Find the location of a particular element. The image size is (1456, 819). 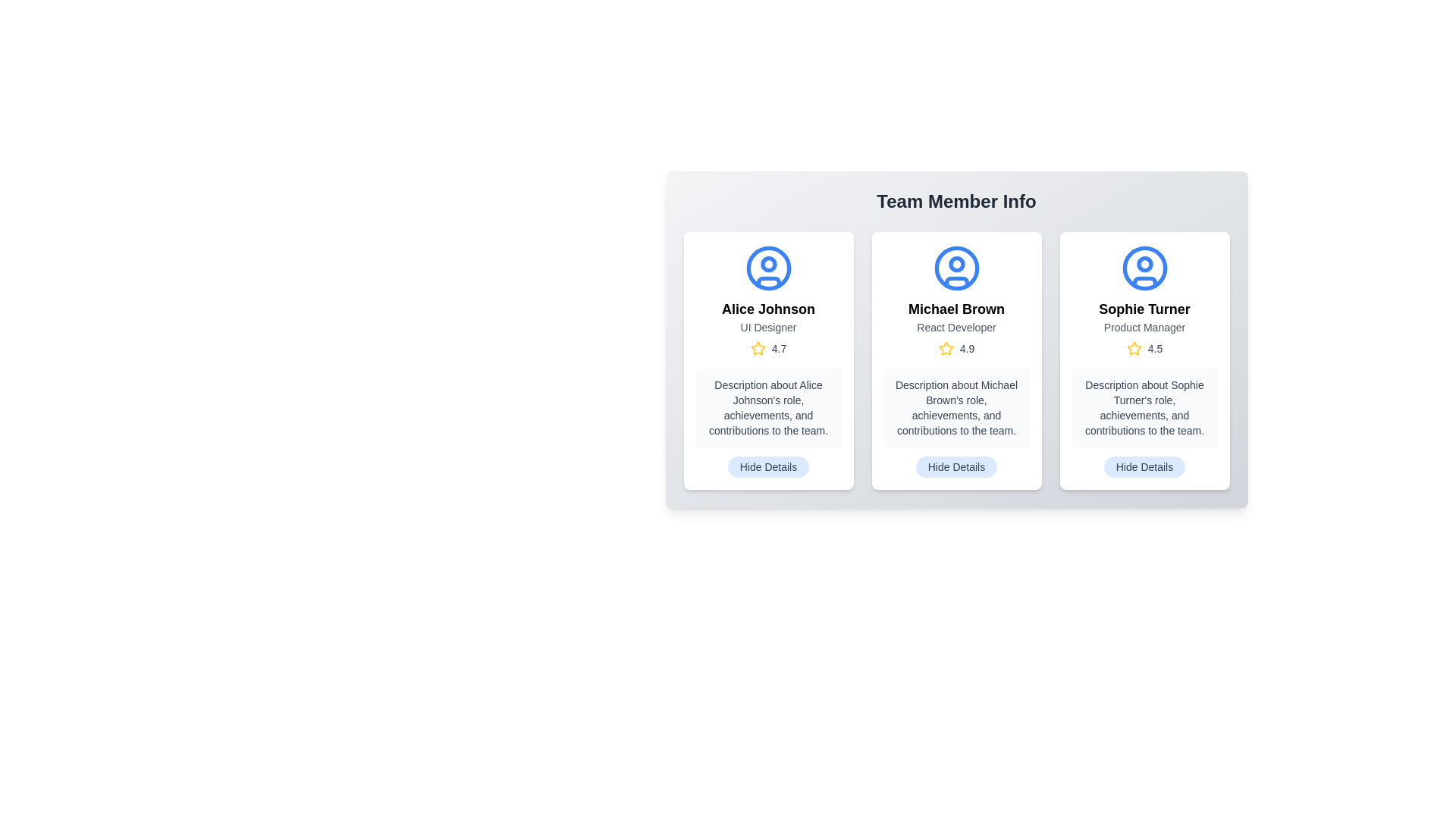

the Label element displaying 'React Developer', which is styled with small gray font and positioned below 'Michael Brown' and above the star rating display is located at coordinates (955, 327).